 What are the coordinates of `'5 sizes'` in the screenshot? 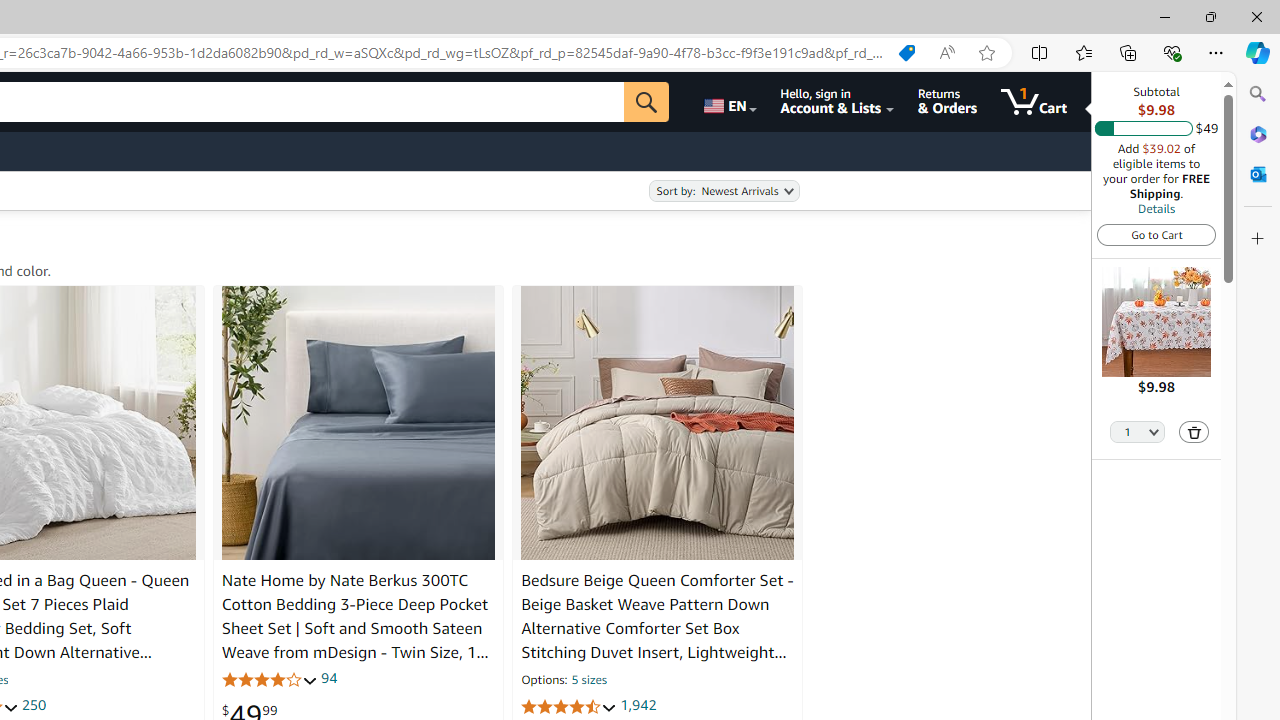 It's located at (587, 680).